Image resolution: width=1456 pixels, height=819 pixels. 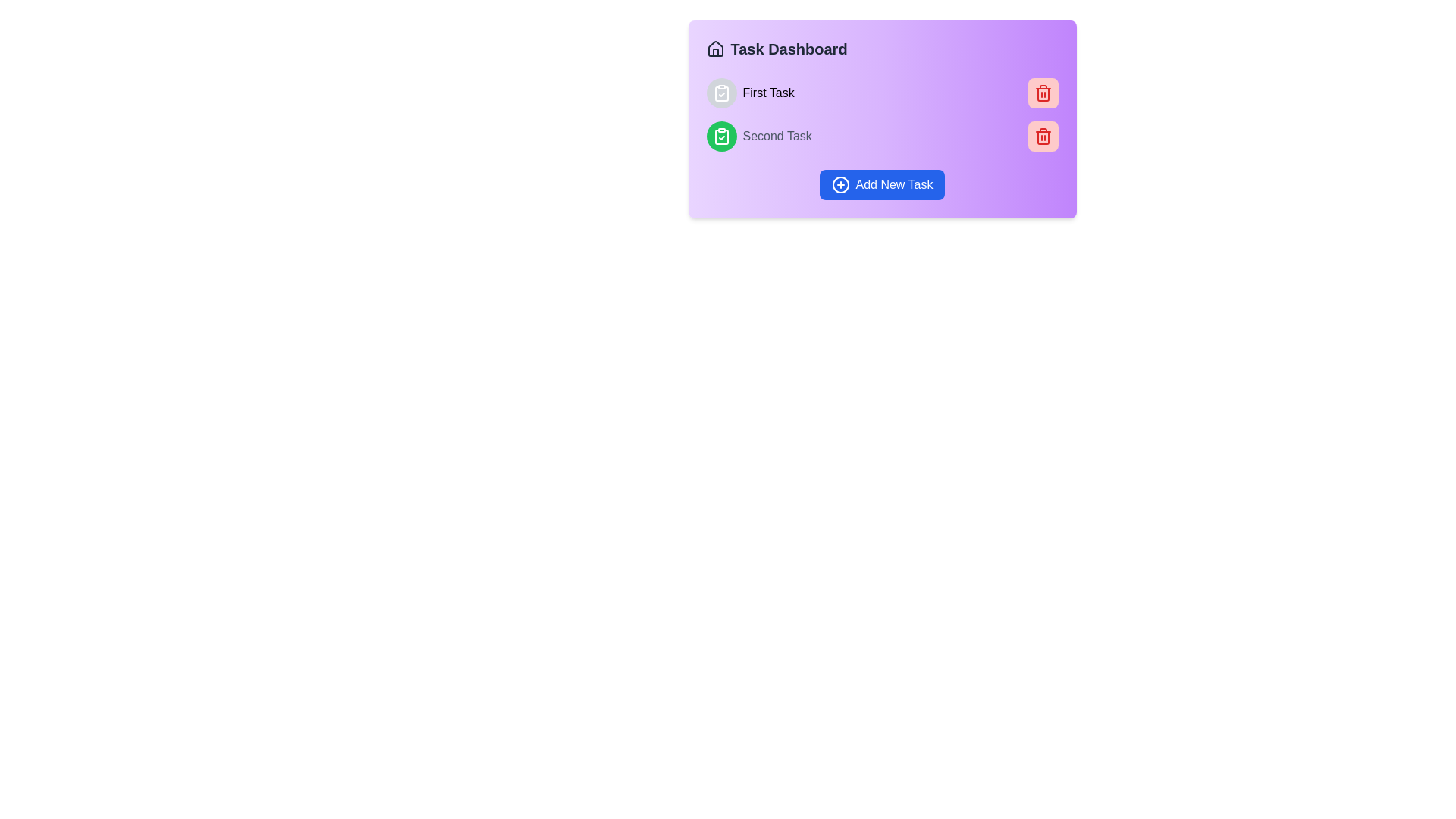 I want to click on the text element styled with a strikethrough effect and gray color reading 'Second Task' located below the 'First Task' entry in the Task Dashboard, so click(x=777, y=136).